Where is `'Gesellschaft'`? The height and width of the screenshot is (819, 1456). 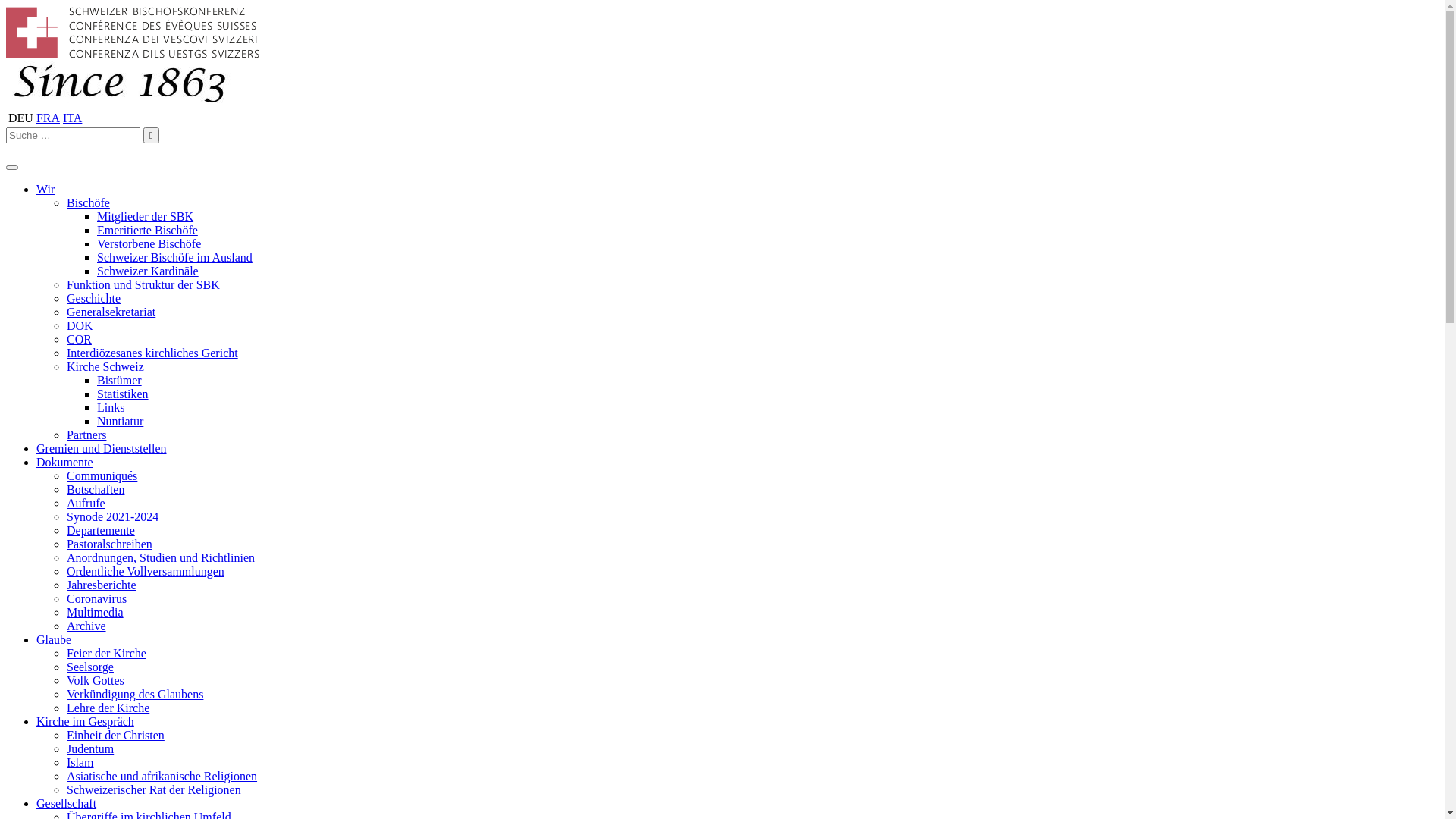
'Gesellschaft' is located at coordinates (65, 802).